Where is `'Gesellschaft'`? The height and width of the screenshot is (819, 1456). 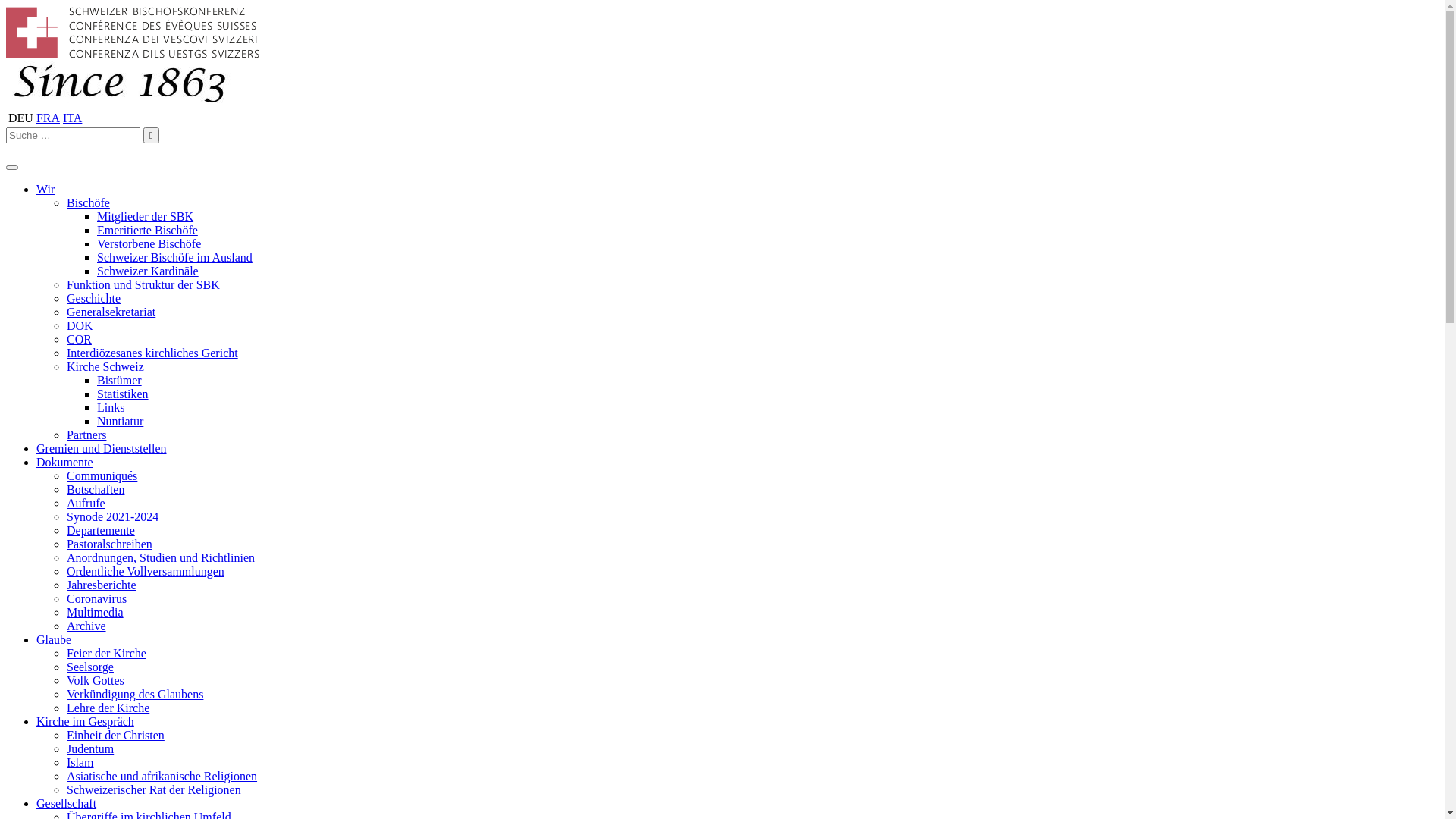
'Gesellschaft' is located at coordinates (65, 802).